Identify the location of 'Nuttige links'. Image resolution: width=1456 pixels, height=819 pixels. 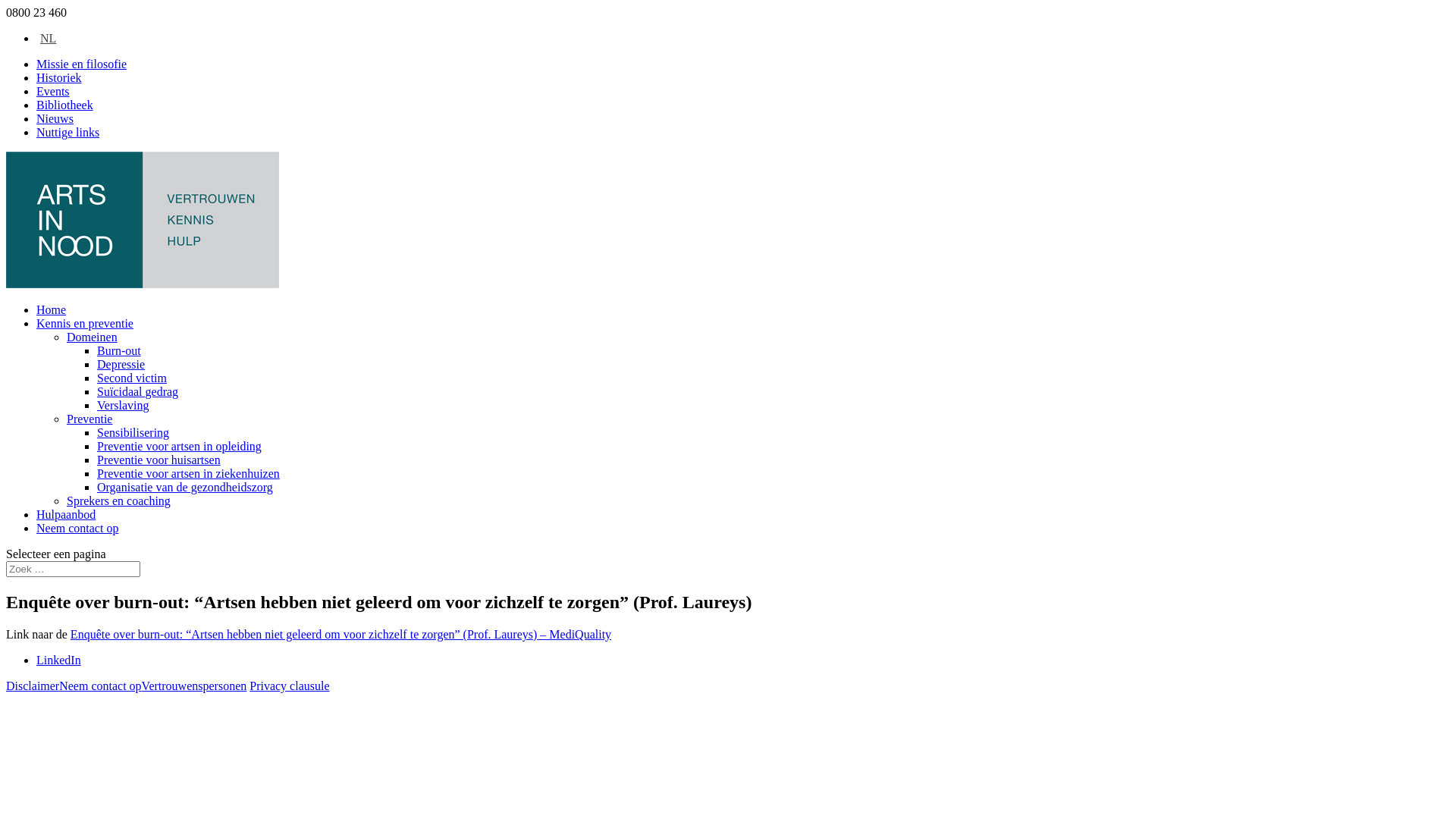
(67, 131).